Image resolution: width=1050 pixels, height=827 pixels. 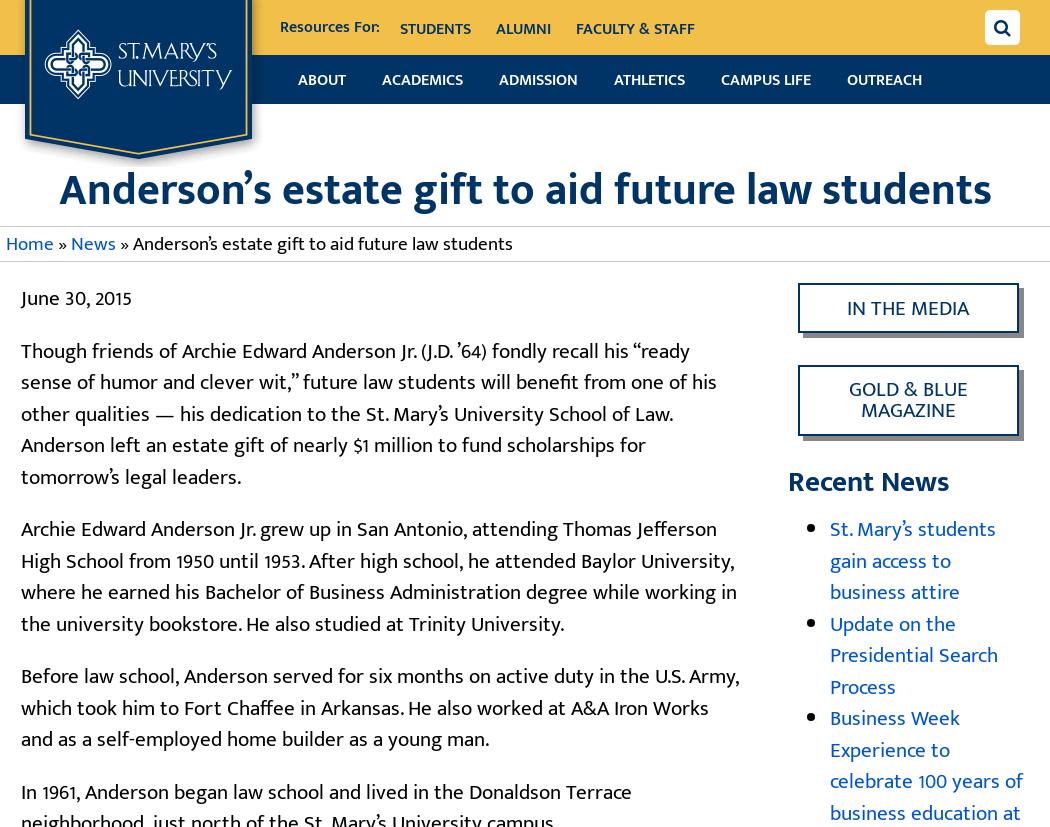 I want to click on 'Alumni', so click(x=522, y=29).